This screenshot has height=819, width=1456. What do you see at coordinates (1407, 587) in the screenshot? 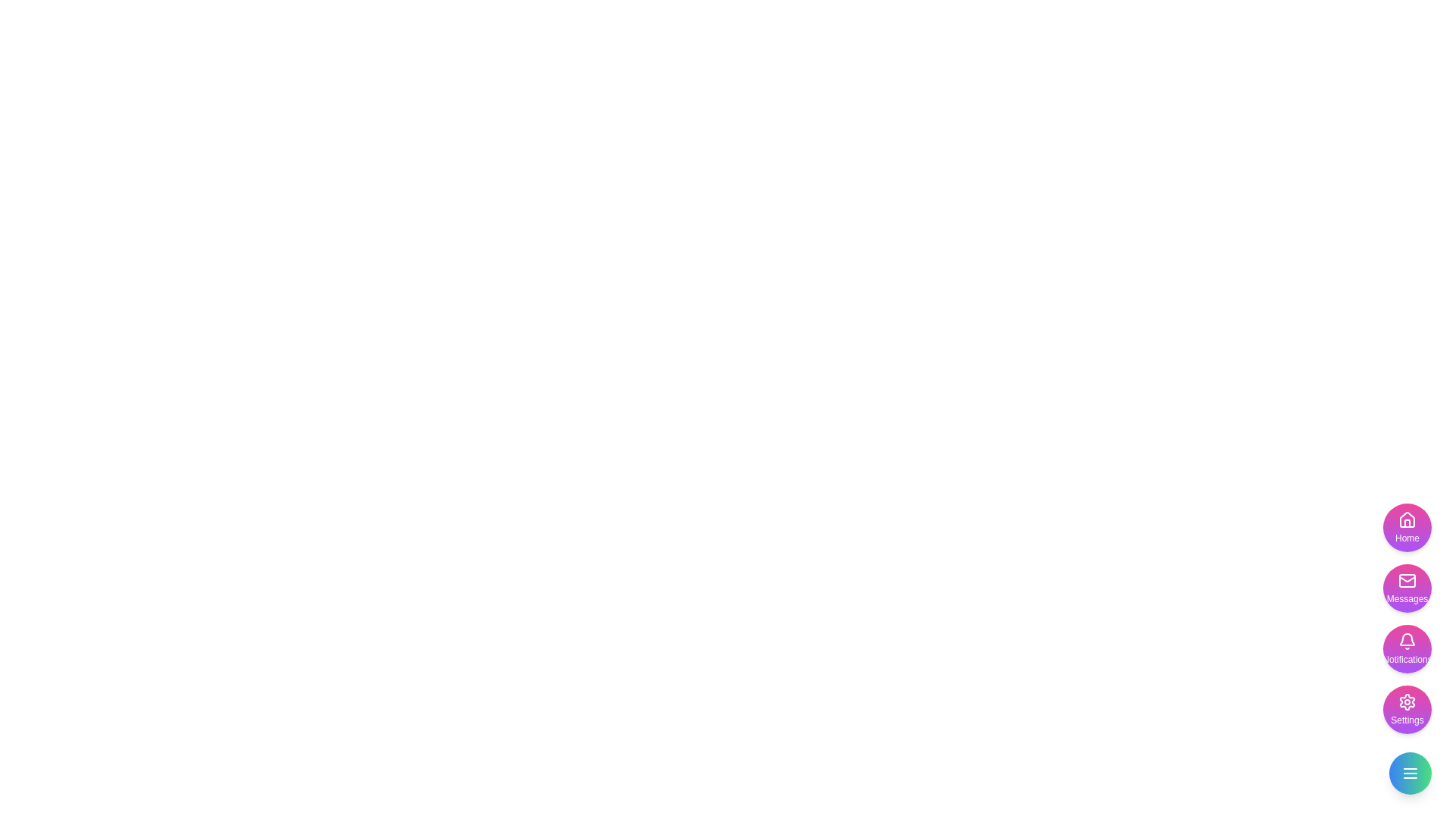
I see `the button located at the bottom-right corner of the interface, which is the second button in a vertical stack` at bounding box center [1407, 587].